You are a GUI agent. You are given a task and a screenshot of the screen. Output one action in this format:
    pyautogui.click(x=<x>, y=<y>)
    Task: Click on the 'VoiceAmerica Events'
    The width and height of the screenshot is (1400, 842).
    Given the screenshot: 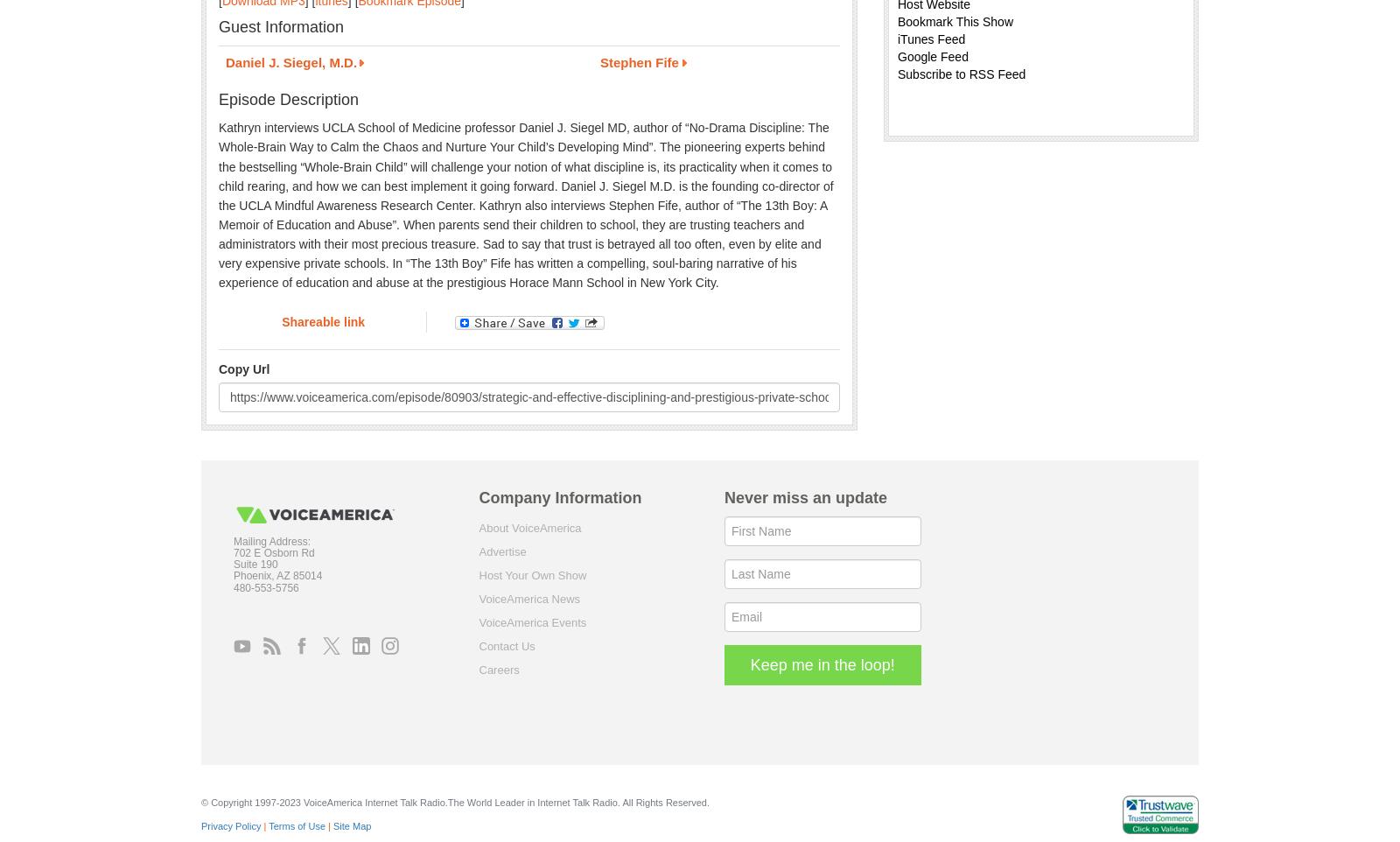 What is the action you would take?
    pyautogui.click(x=532, y=621)
    